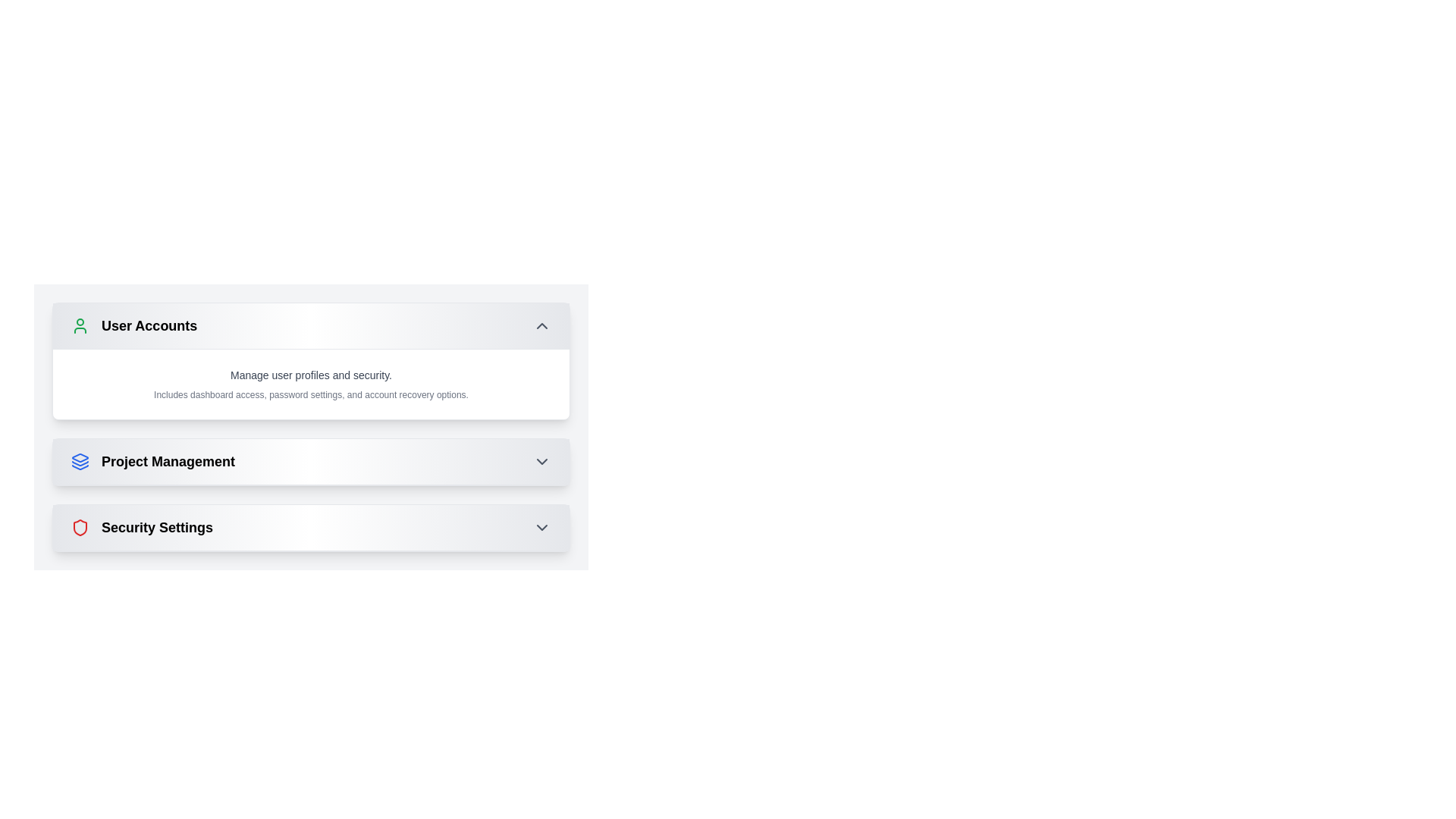 Image resolution: width=1456 pixels, height=819 pixels. What do you see at coordinates (310, 394) in the screenshot?
I see `the informational label located beneath the heading 'Manage user profiles and security' in the 'User Accounts' section` at bounding box center [310, 394].